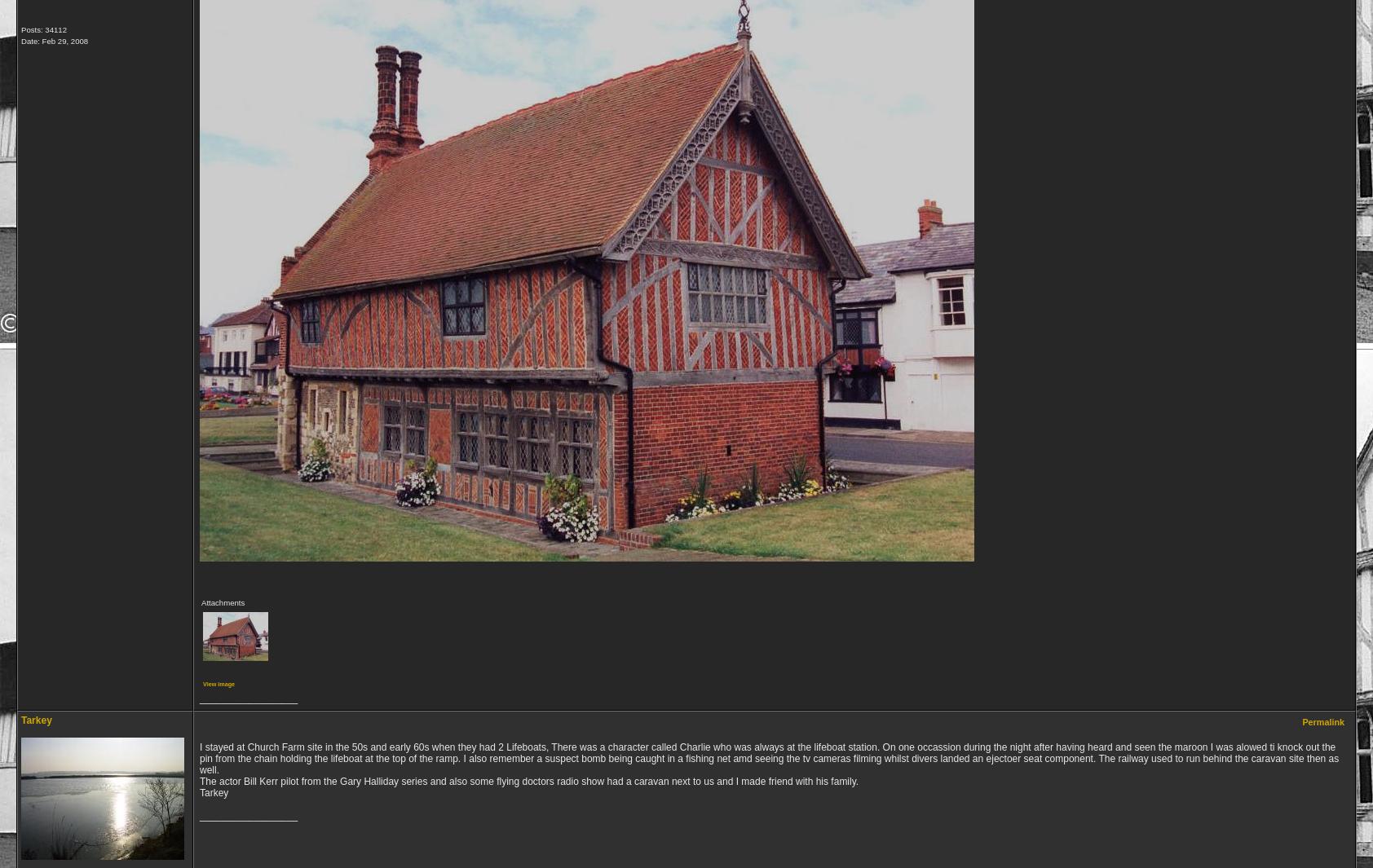  What do you see at coordinates (529, 782) in the screenshot?
I see `'The actor Bill Kerr pilot from the Gary Halliday series and also some flying doctors radio show had a caravan next to us and I made friend with his family.'` at bounding box center [529, 782].